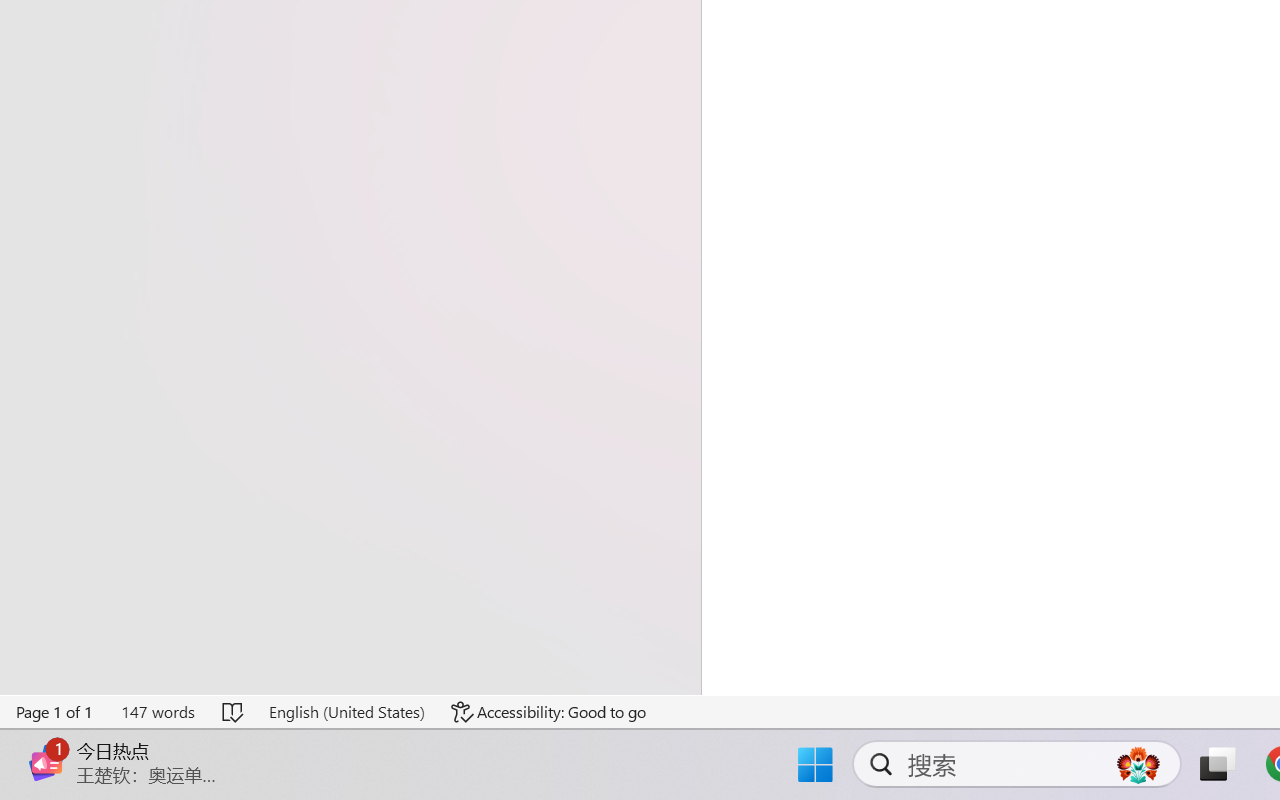  I want to click on 'Page Number Page 1 of 1', so click(55, 711).